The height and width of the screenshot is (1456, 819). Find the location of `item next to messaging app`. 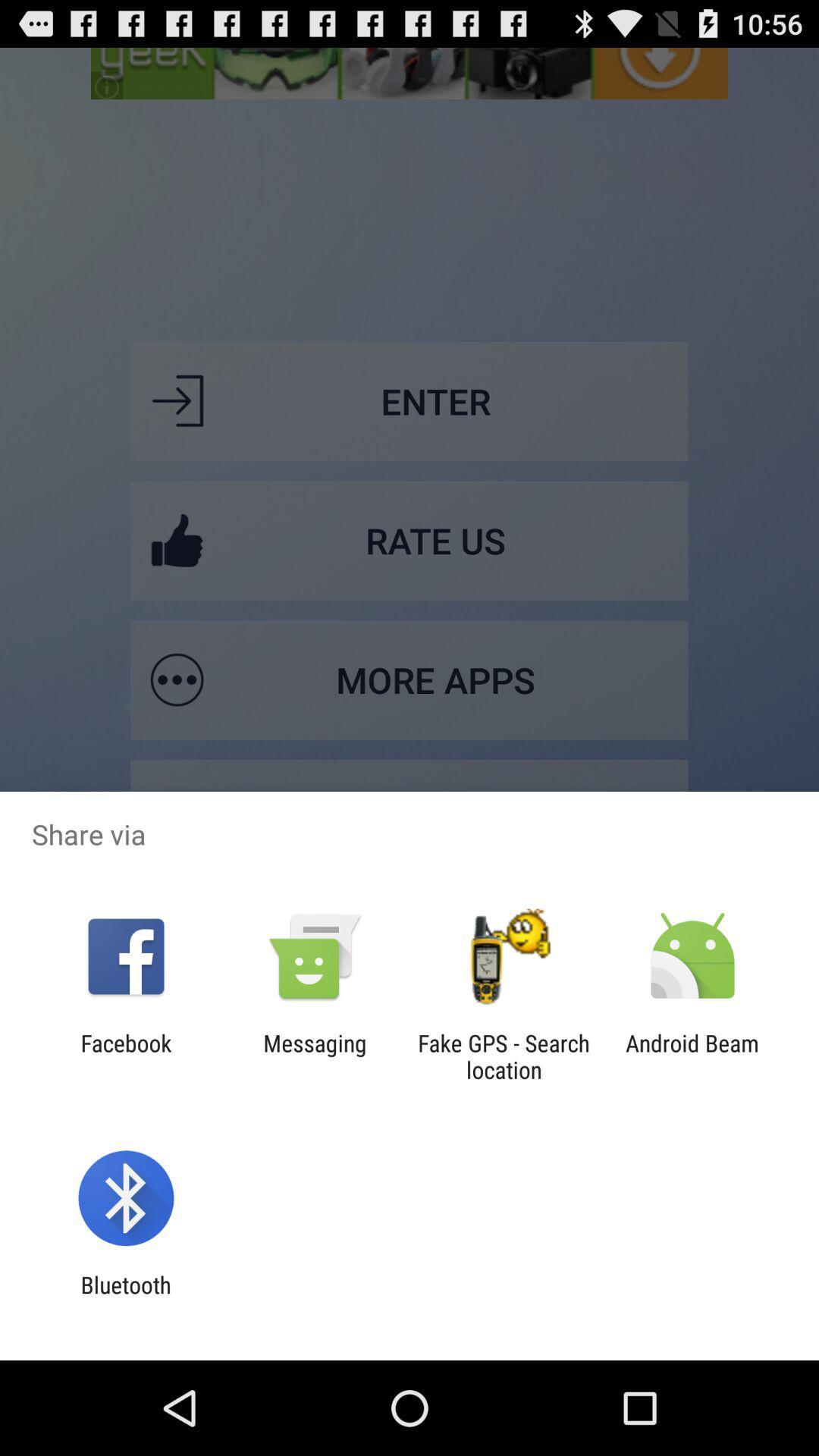

item next to messaging app is located at coordinates (504, 1056).